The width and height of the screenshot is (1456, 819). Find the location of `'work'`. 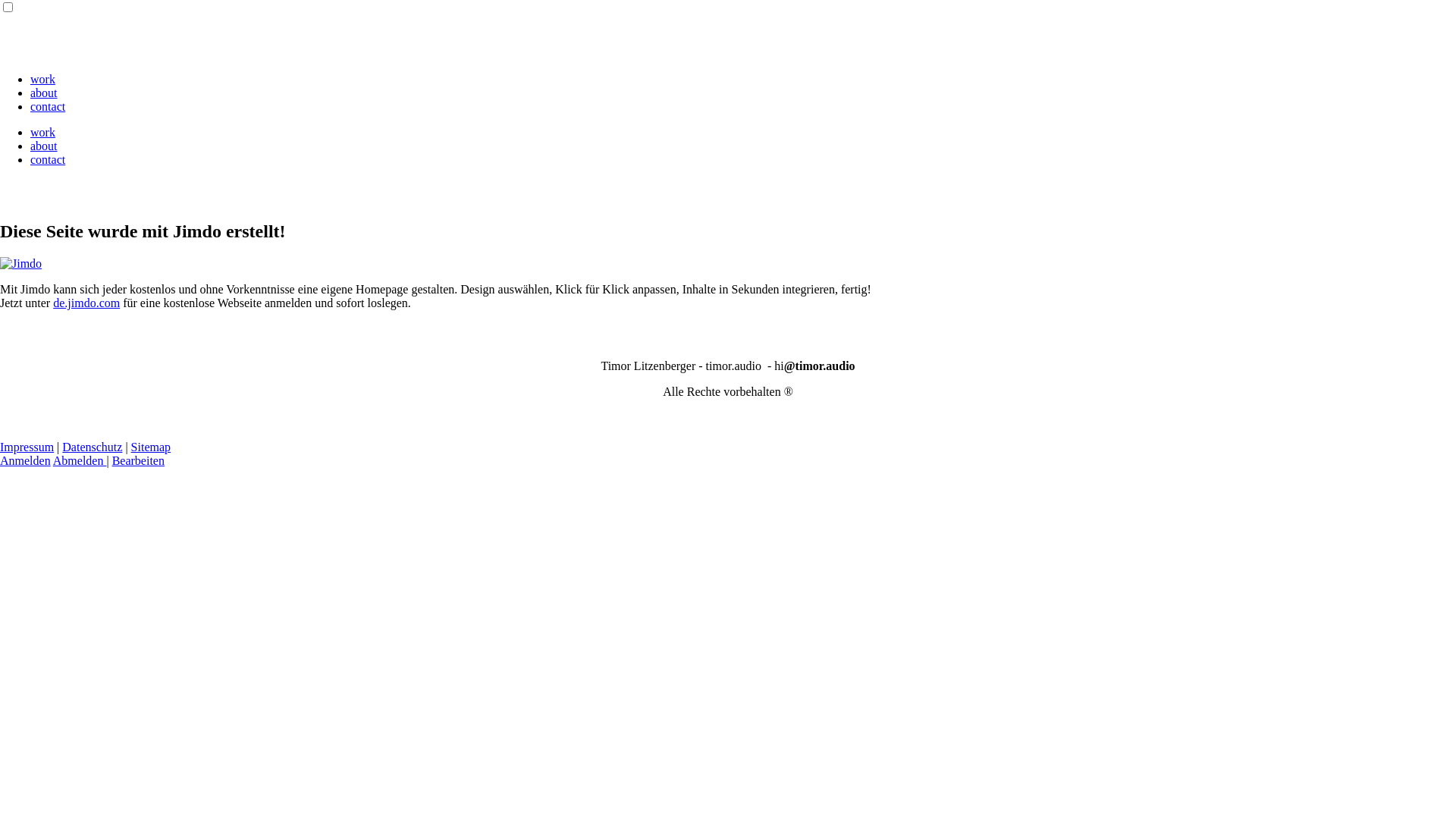

'work' is located at coordinates (42, 131).